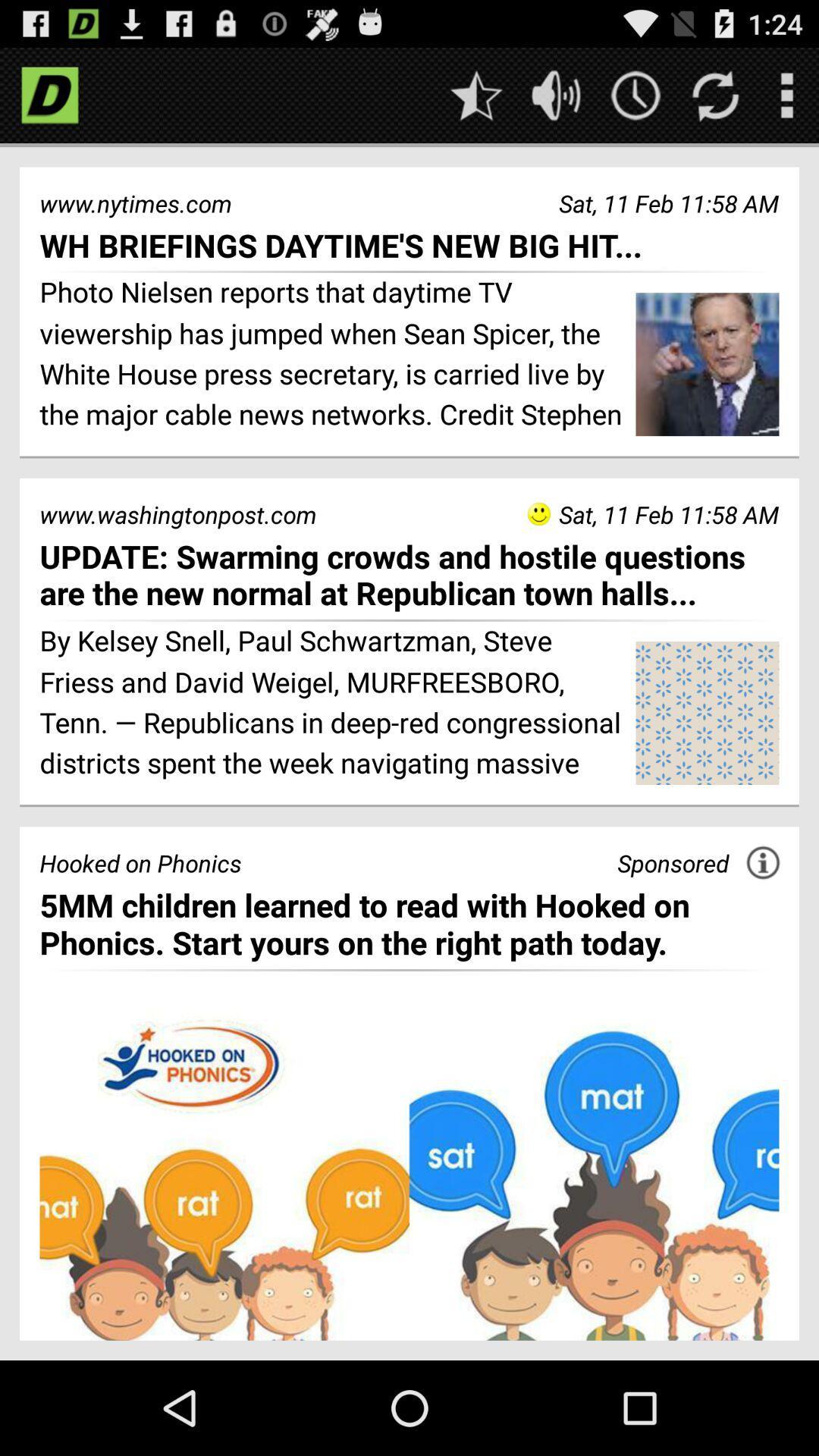 Image resolution: width=819 pixels, height=1456 pixels. I want to click on display advertiser information, so click(763, 862).